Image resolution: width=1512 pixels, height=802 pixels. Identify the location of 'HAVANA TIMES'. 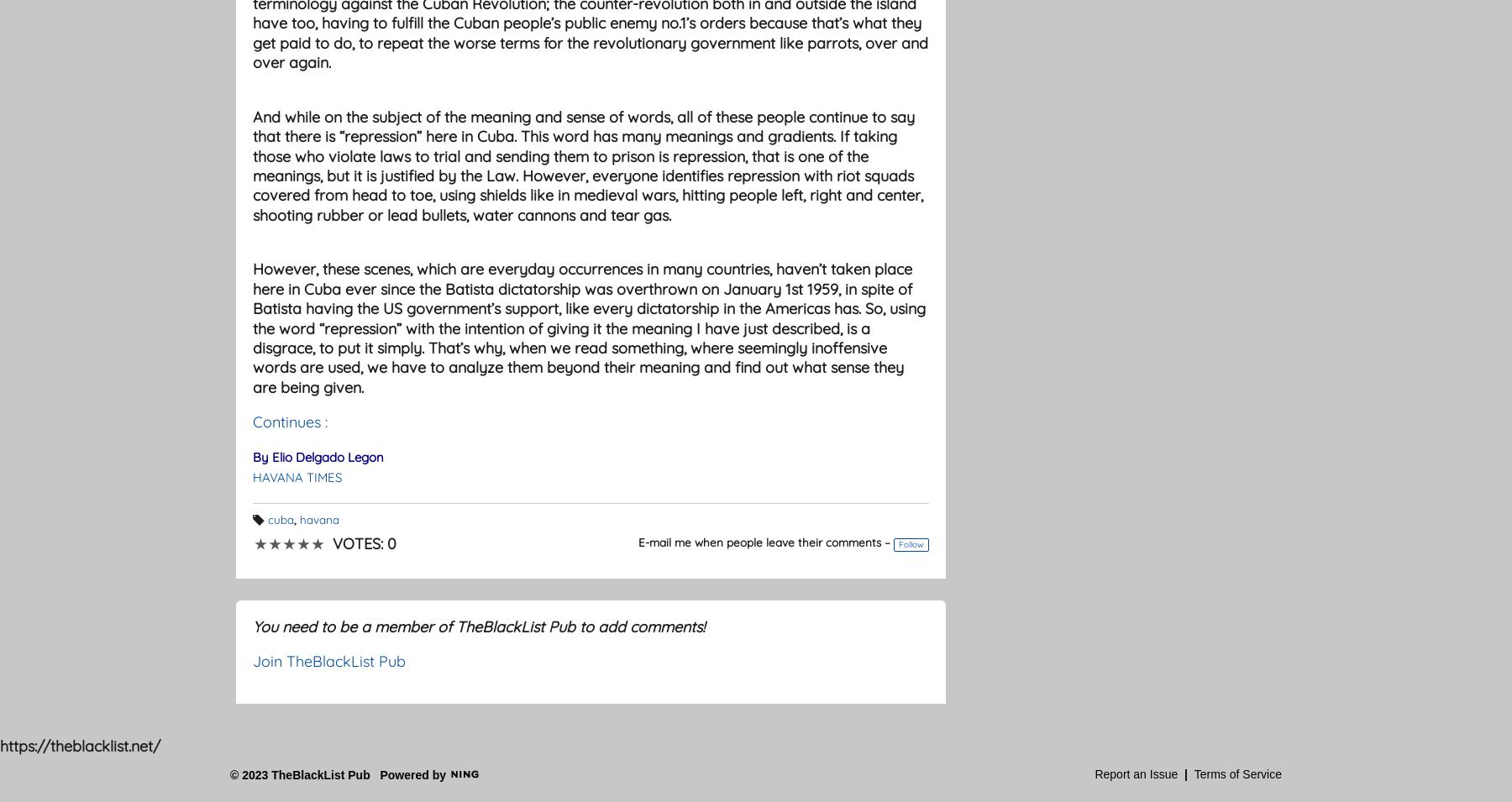
(297, 476).